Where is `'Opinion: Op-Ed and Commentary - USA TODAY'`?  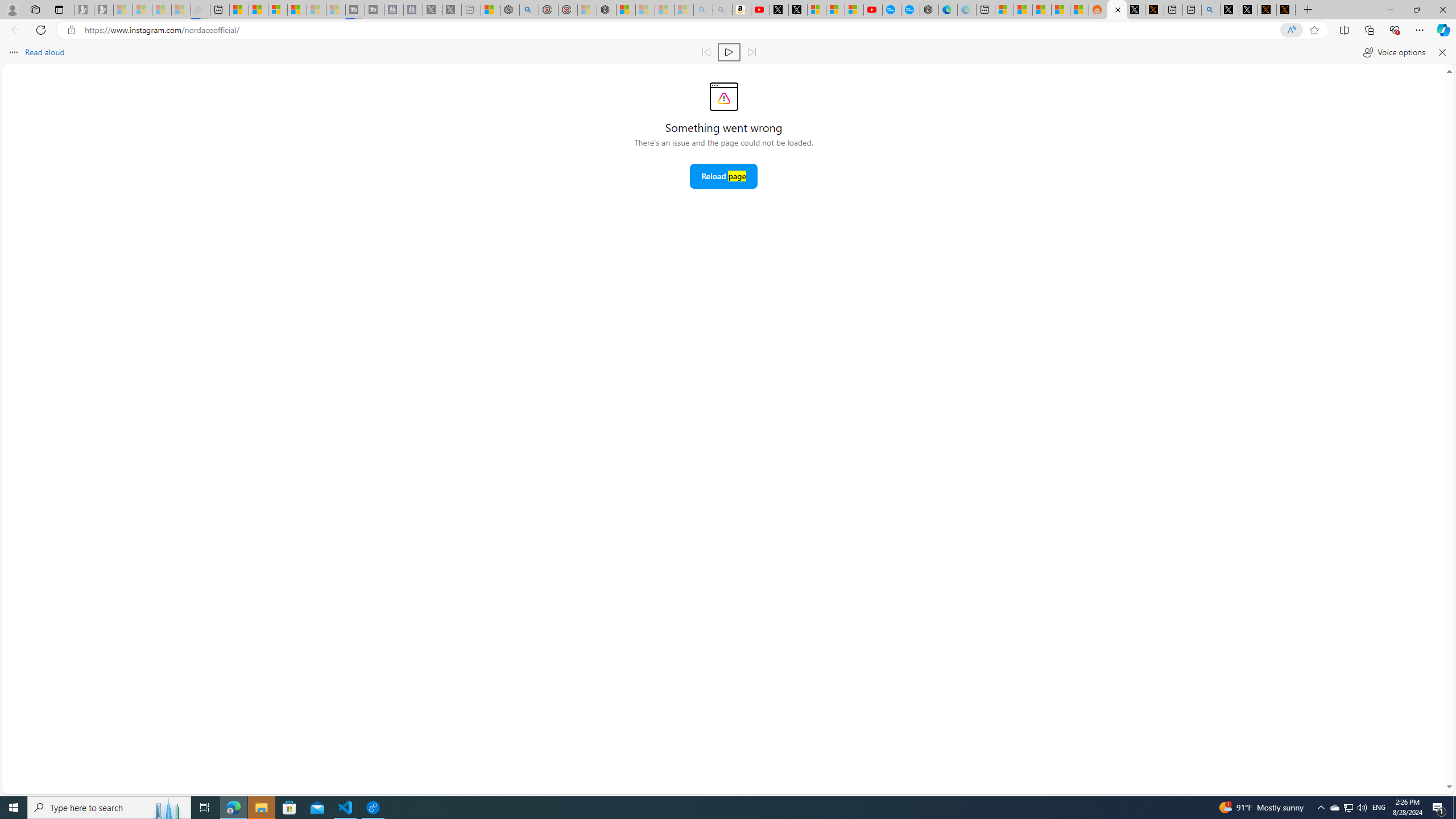
'Opinion: Op-Ed and Commentary - USA TODAY' is located at coordinates (892, 9).